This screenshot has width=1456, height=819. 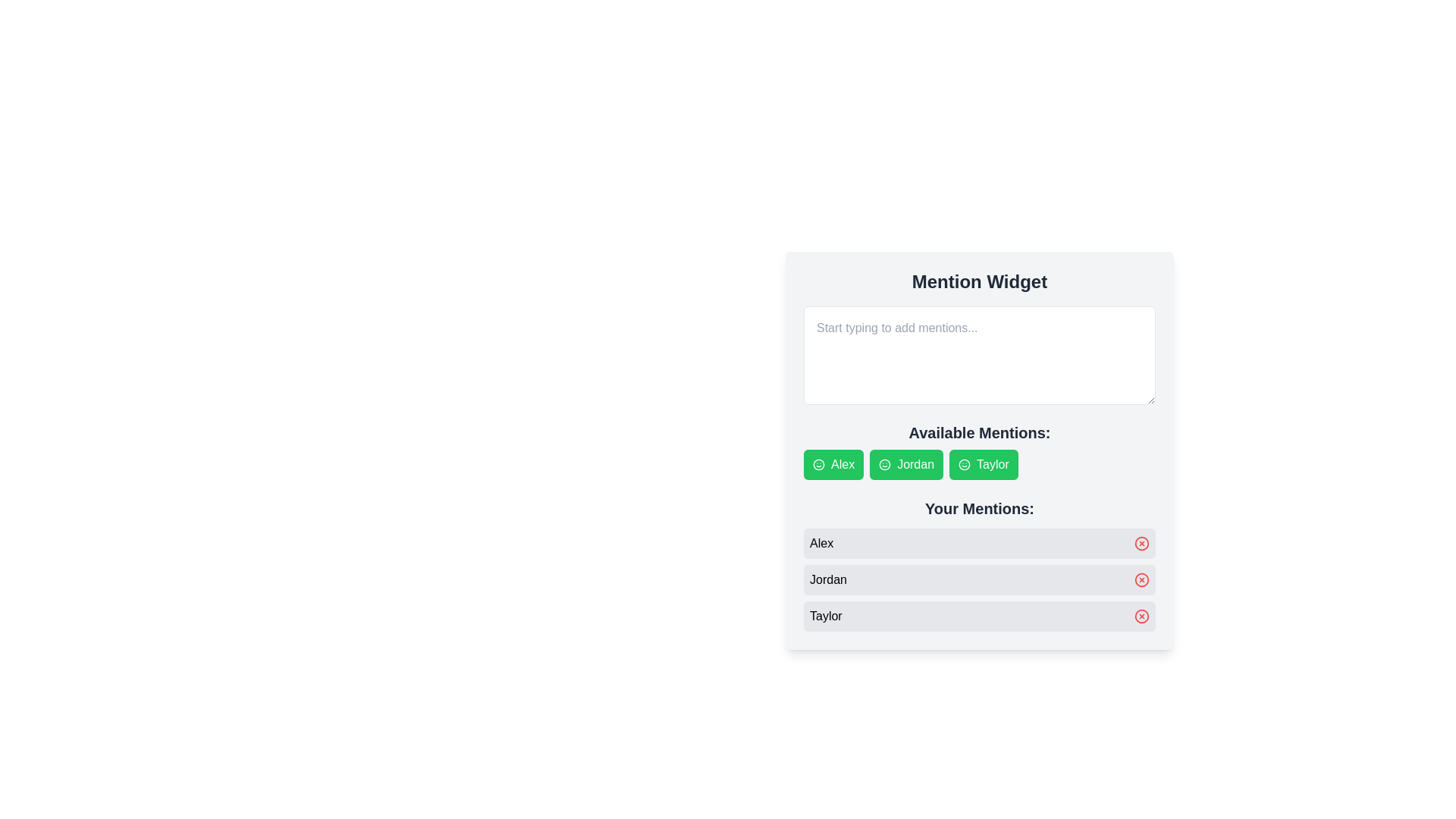 I want to click on the large, bold, dark gray title text labeled 'Mention Widget' positioned at the top of its section, above a multiline text input field, so click(x=979, y=281).